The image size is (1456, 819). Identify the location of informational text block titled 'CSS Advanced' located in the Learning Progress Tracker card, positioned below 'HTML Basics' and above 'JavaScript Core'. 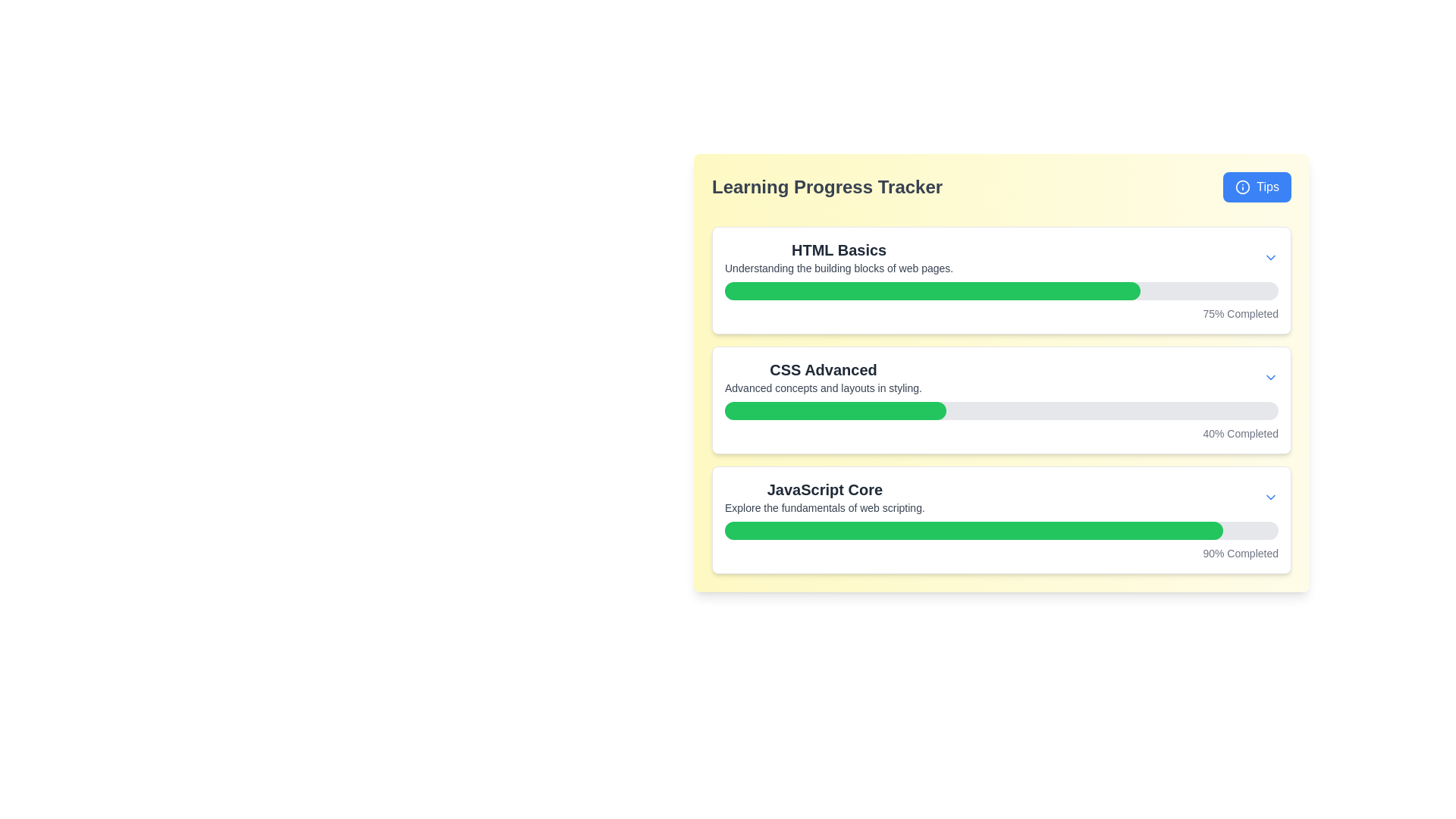
(822, 376).